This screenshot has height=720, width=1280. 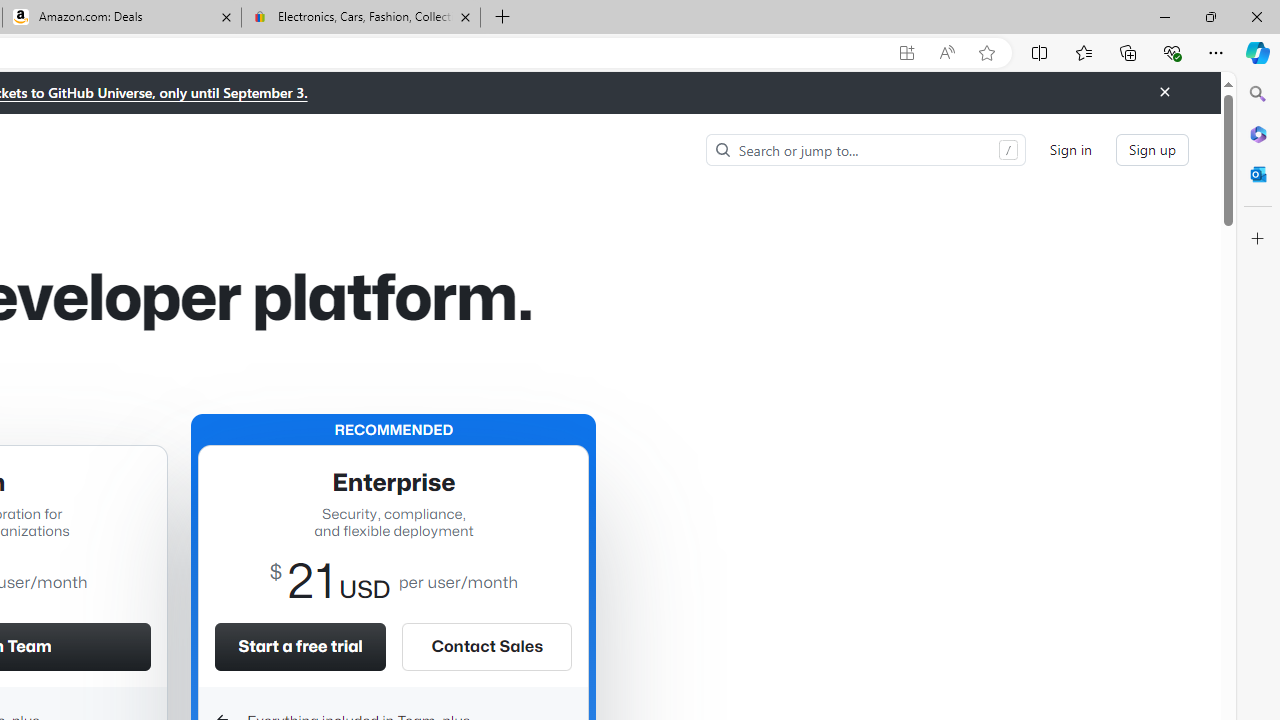 What do you see at coordinates (299, 646) in the screenshot?
I see `'Start a free trial'` at bounding box center [299, 646].